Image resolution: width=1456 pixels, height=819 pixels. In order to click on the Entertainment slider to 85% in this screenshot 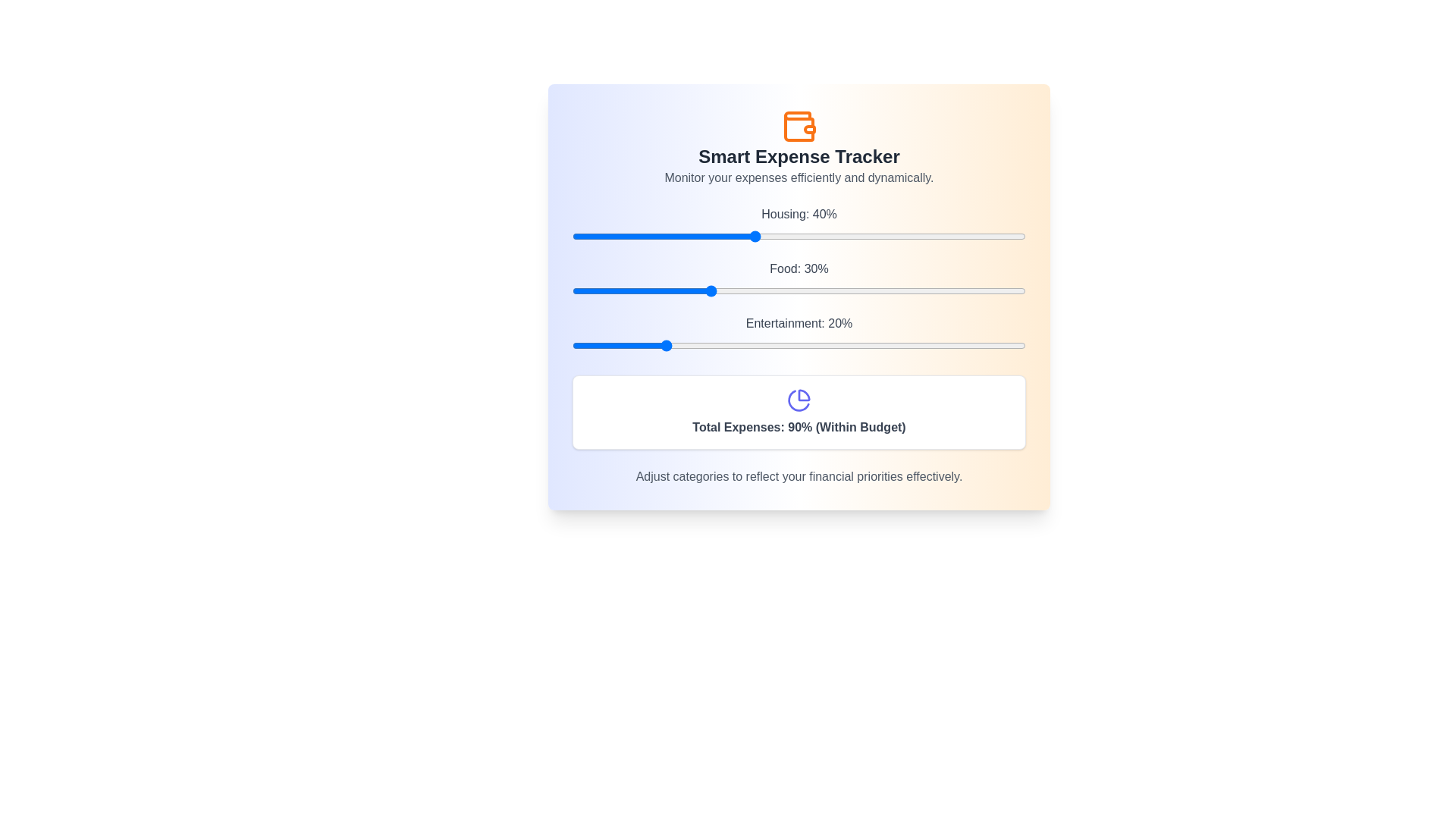, I will do `click(957, 345)`.